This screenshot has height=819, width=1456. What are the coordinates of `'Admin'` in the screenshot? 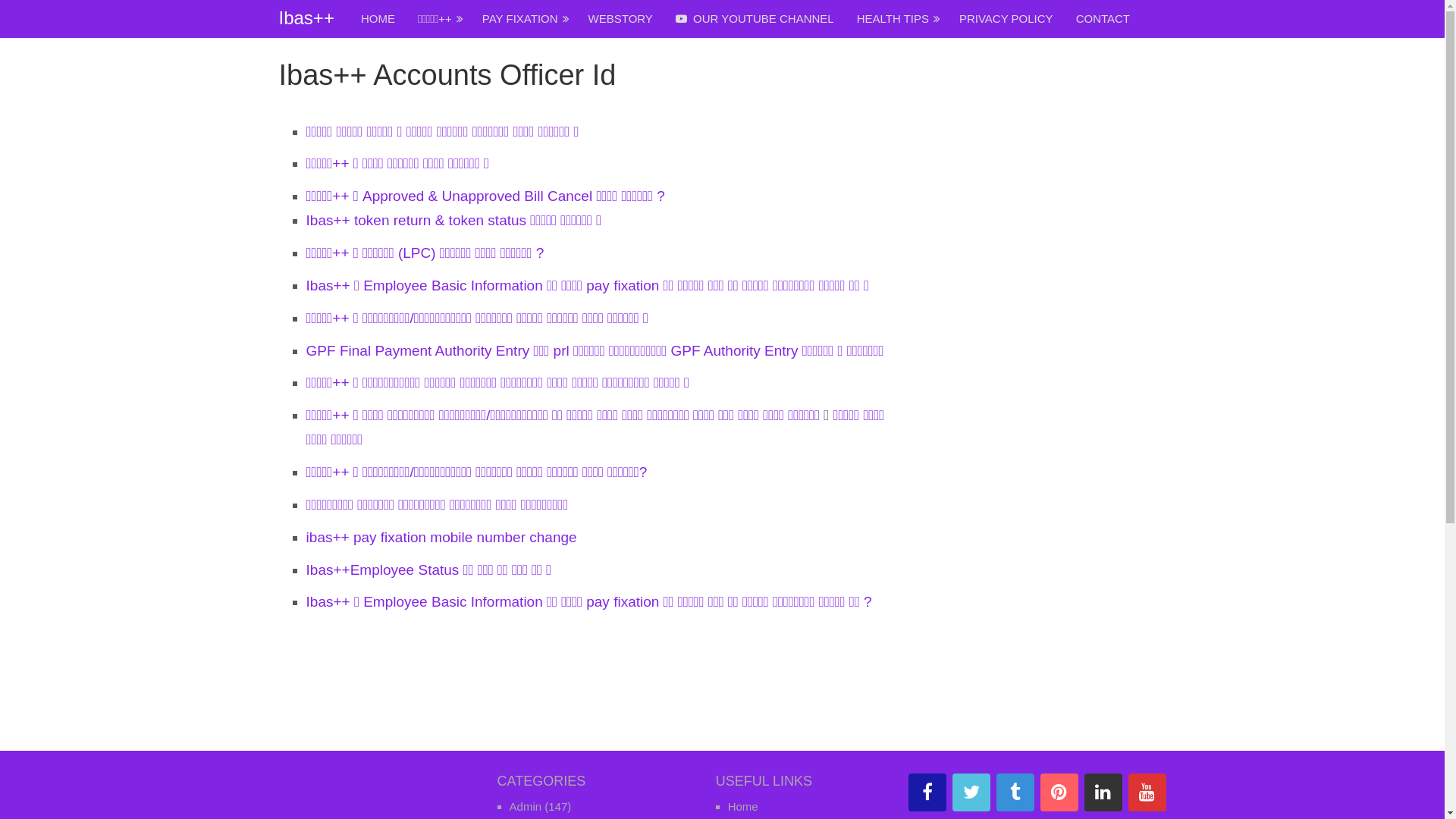 It's located at (526, 805).